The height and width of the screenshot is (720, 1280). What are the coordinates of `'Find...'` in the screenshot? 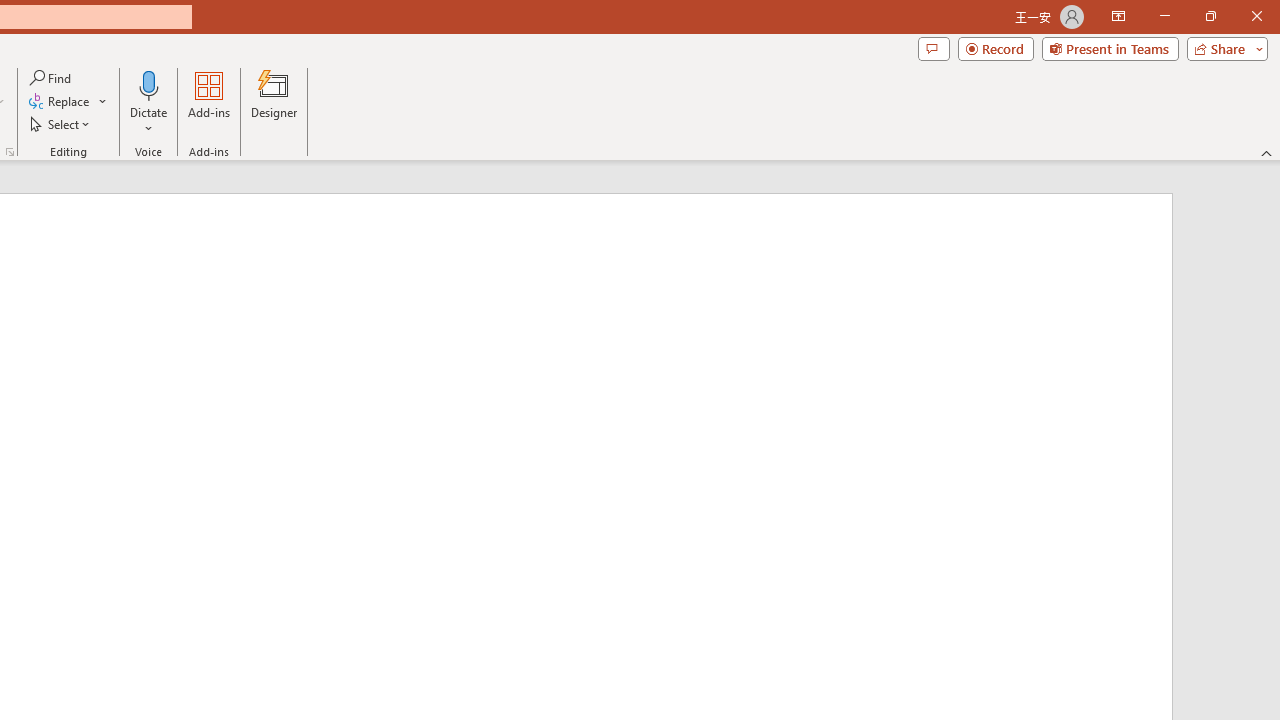 It's located at (51, 77).